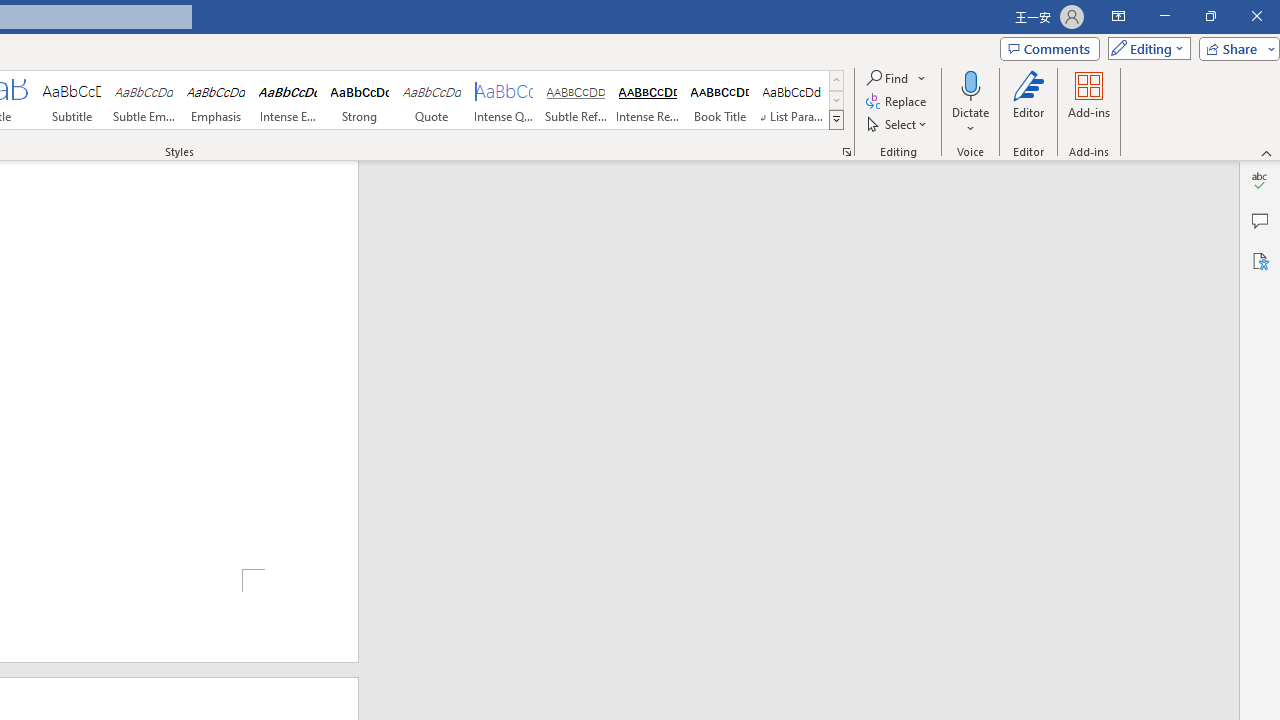 The width and height of the screenshot is (1280, 720). Describe the element at coordinates (836, 120) in the screenshot. I see `'Styles'` at that location.